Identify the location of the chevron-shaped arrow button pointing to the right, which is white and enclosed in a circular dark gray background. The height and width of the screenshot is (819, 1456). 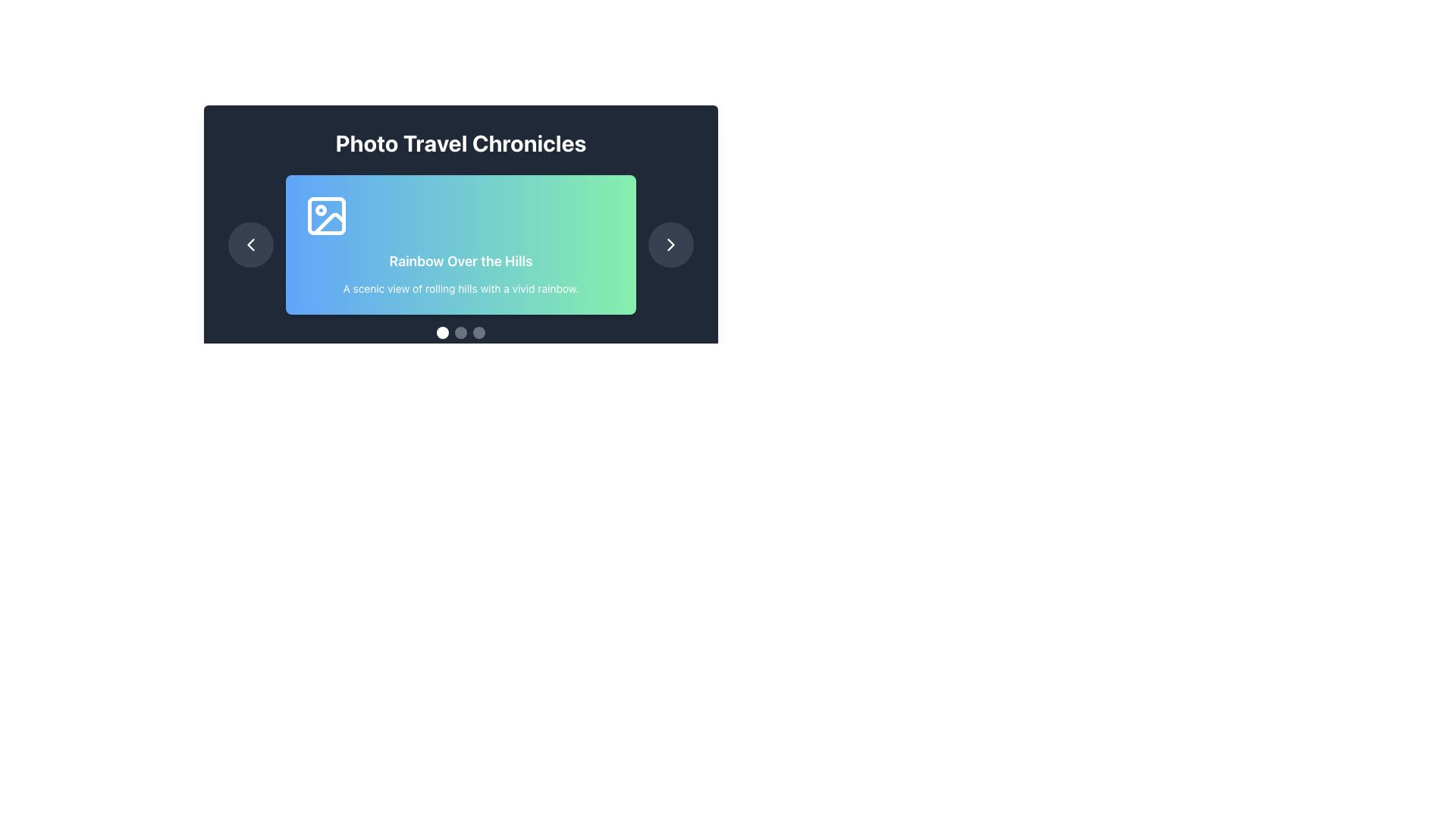
(670, 244).